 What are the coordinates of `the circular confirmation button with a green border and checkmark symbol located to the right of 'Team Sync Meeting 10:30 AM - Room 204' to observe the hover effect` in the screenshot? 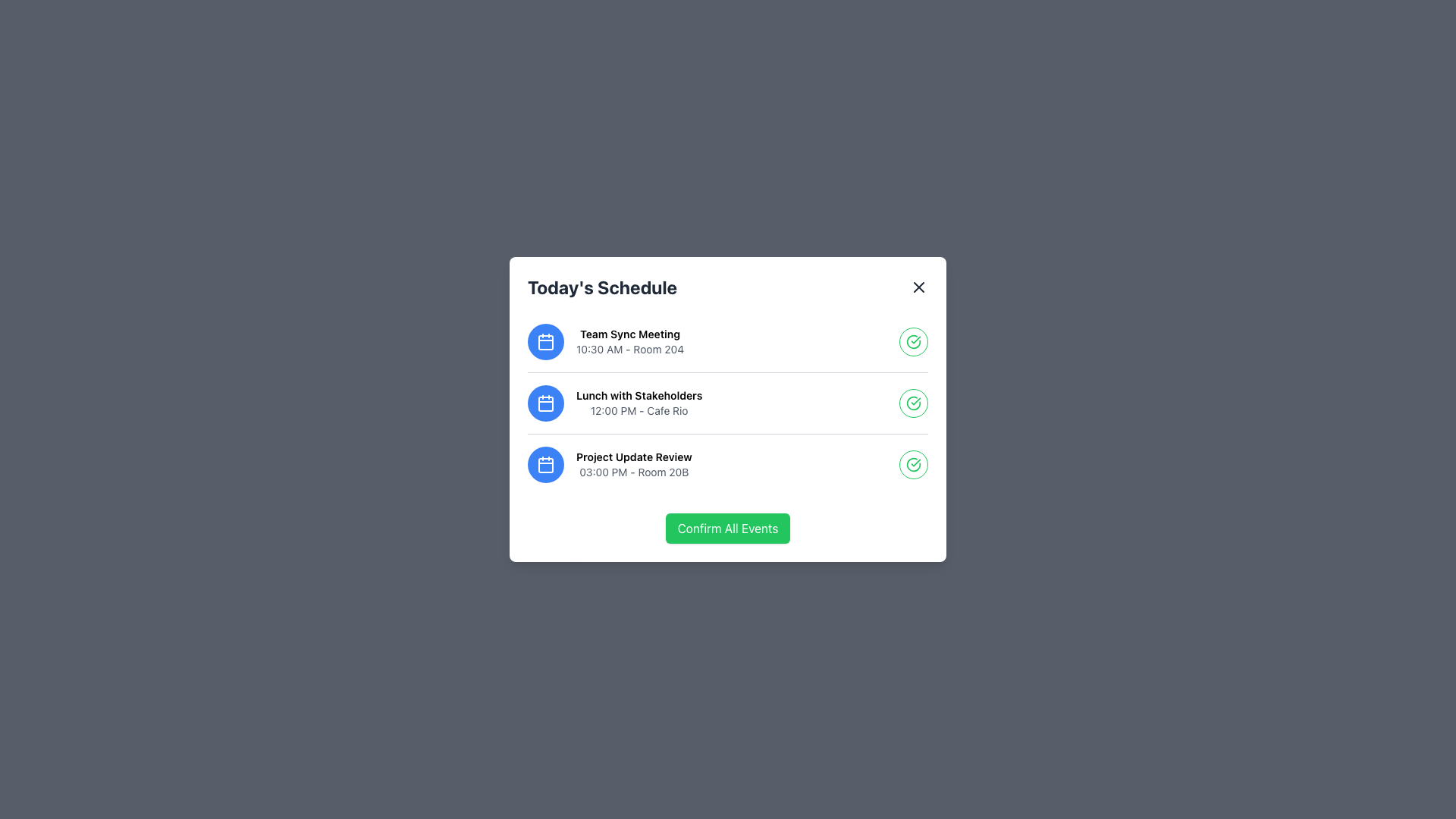 It's located at (912, 342).